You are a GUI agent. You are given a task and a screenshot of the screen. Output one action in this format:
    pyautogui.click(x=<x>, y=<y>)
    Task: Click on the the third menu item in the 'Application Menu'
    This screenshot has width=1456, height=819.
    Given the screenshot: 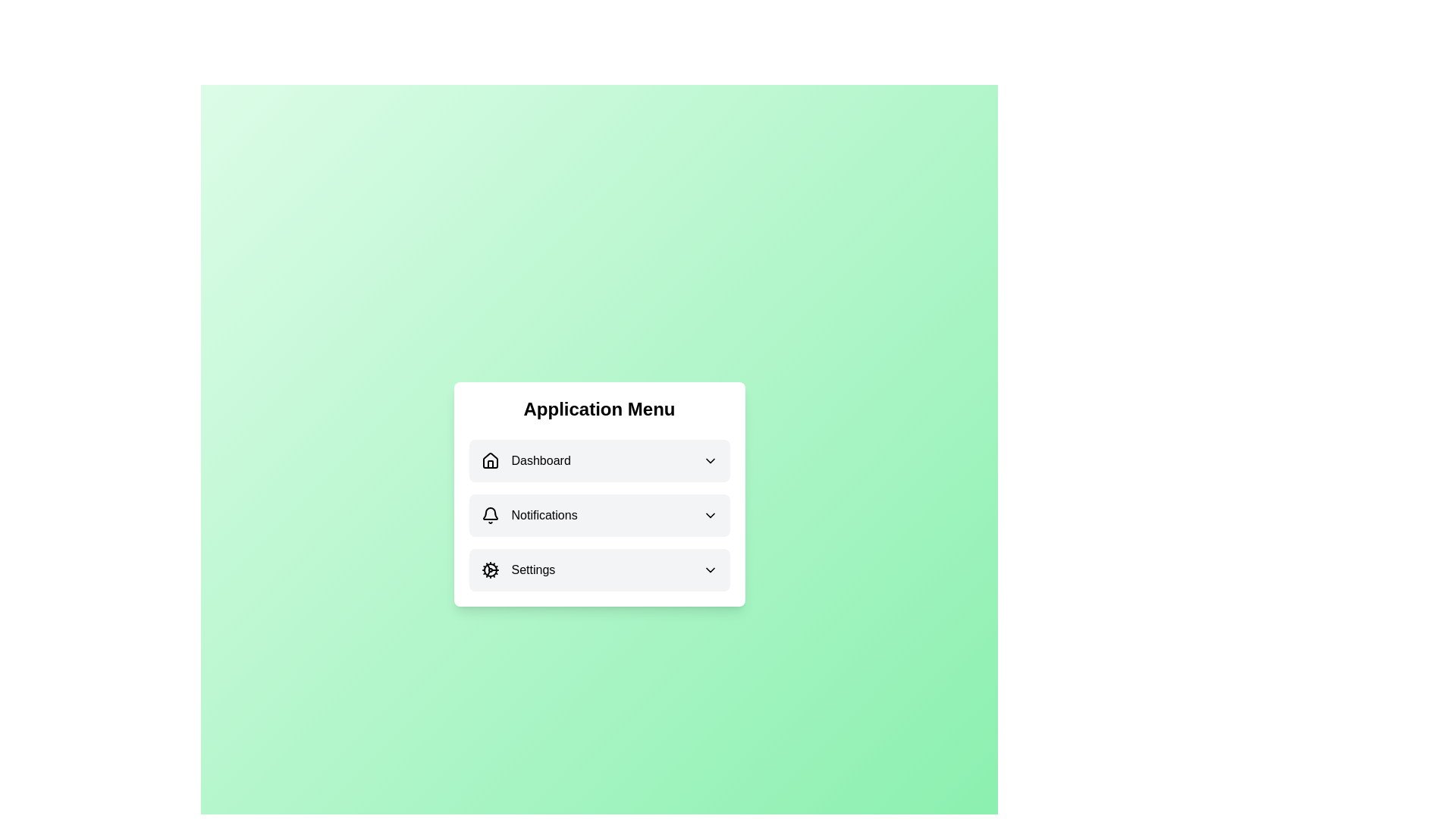 What is the action you would take?
    pyautogui.click(x=518, y=570)
    